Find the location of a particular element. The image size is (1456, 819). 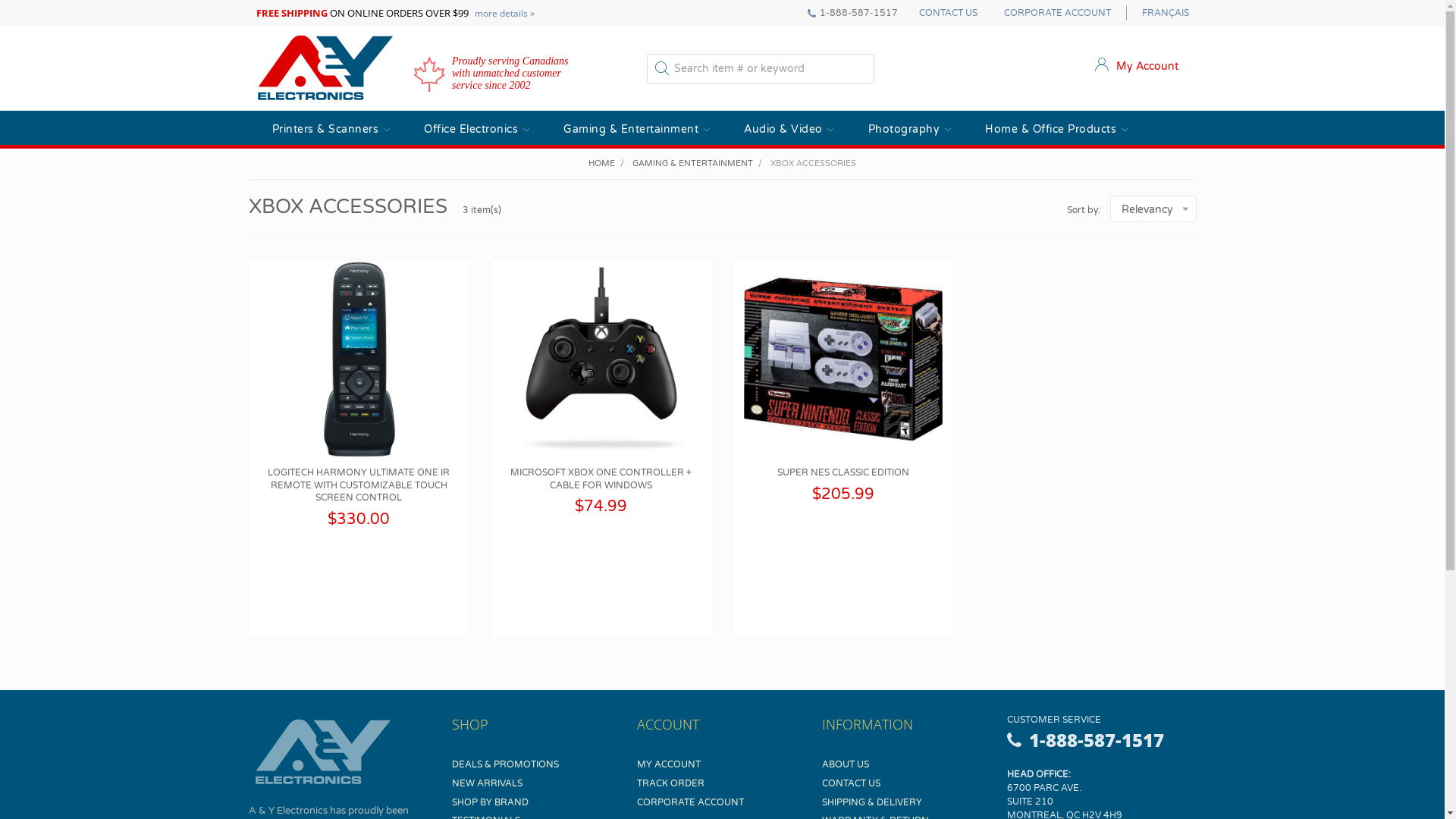

'GAMING & ENTERTAINMENT' is located at coordinates (632, 164).